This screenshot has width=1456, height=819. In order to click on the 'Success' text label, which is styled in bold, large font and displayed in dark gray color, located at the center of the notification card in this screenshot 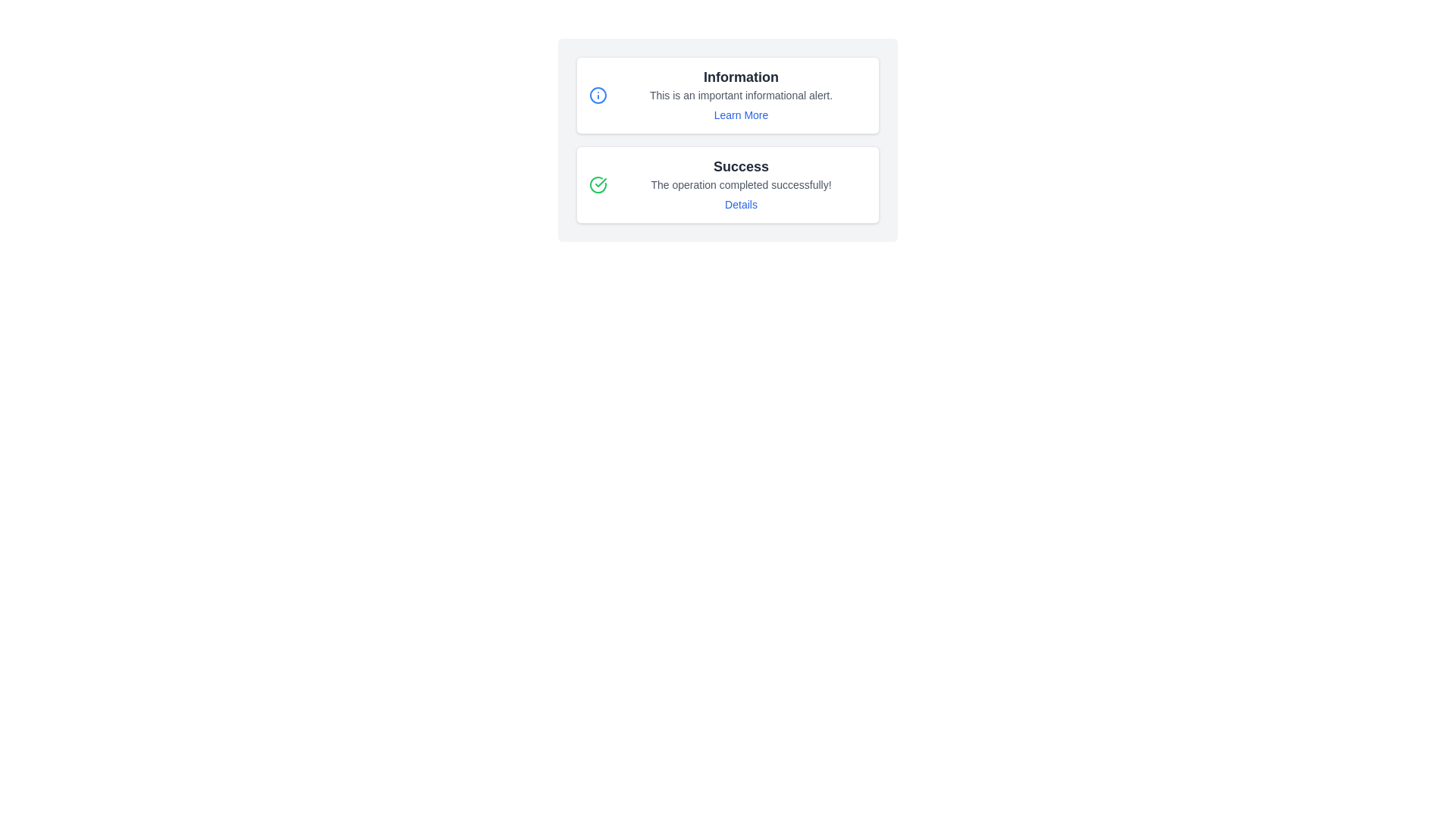, I will do `click(741, 166)`.